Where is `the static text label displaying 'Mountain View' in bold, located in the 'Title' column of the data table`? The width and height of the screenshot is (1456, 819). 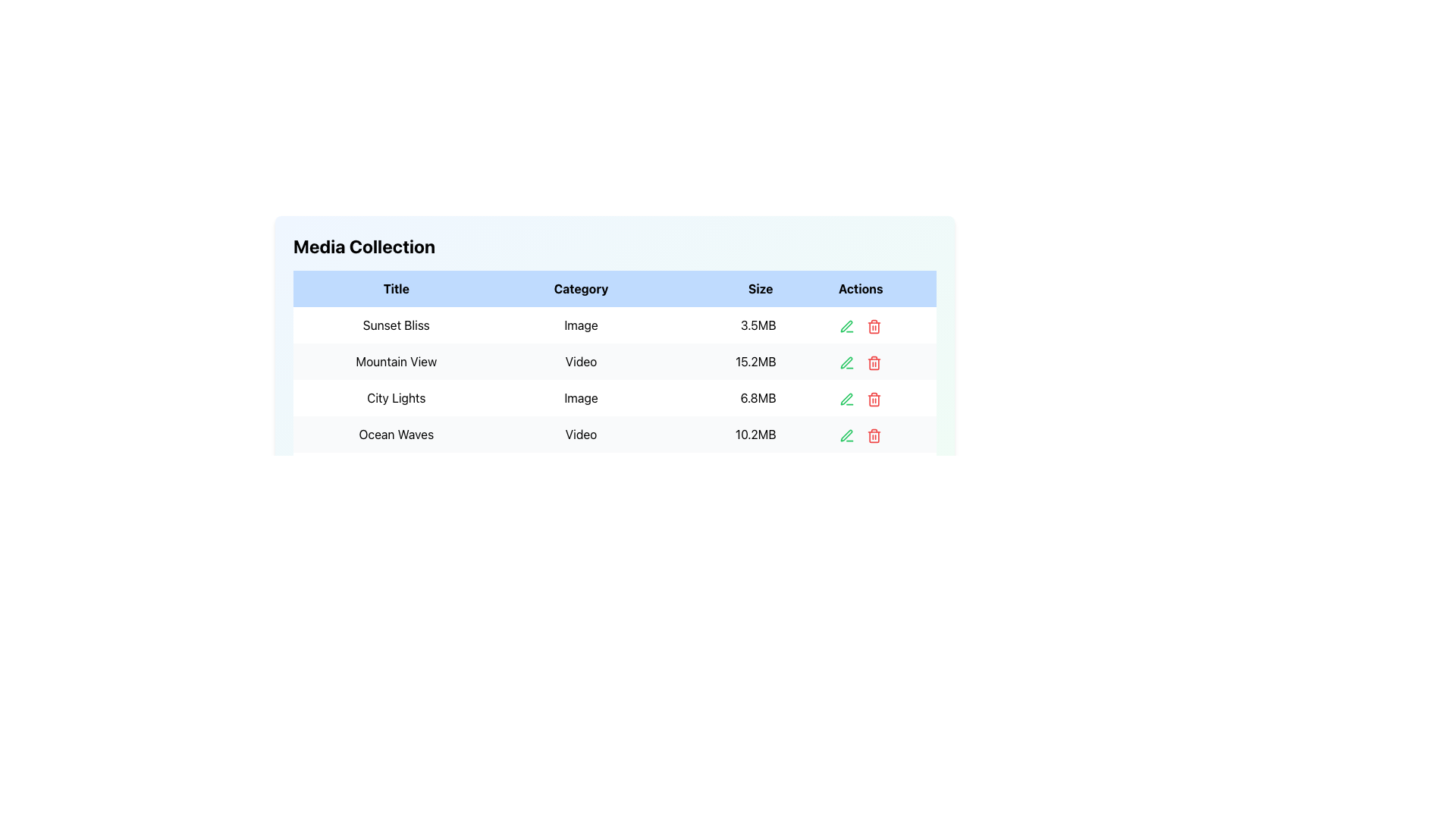 the static text label displaying 'Mountain View' in bold, located in the 'Title' column of the data table is located at coordinates (396, 362).